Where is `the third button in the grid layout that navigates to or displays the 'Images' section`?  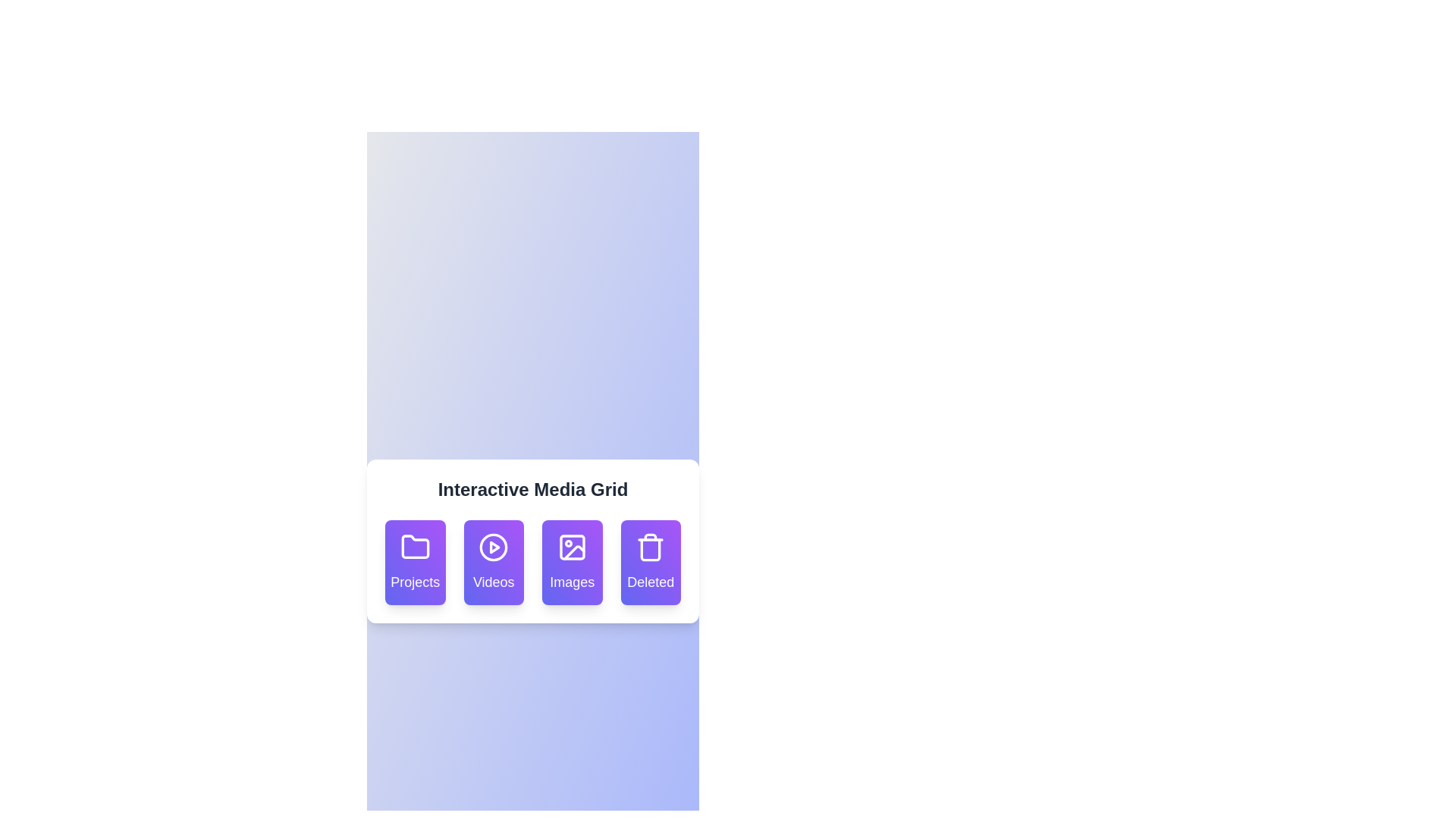 the third button in the grid layout that navigates to or displays the 'Images' section is located at coordinates (571, 562).